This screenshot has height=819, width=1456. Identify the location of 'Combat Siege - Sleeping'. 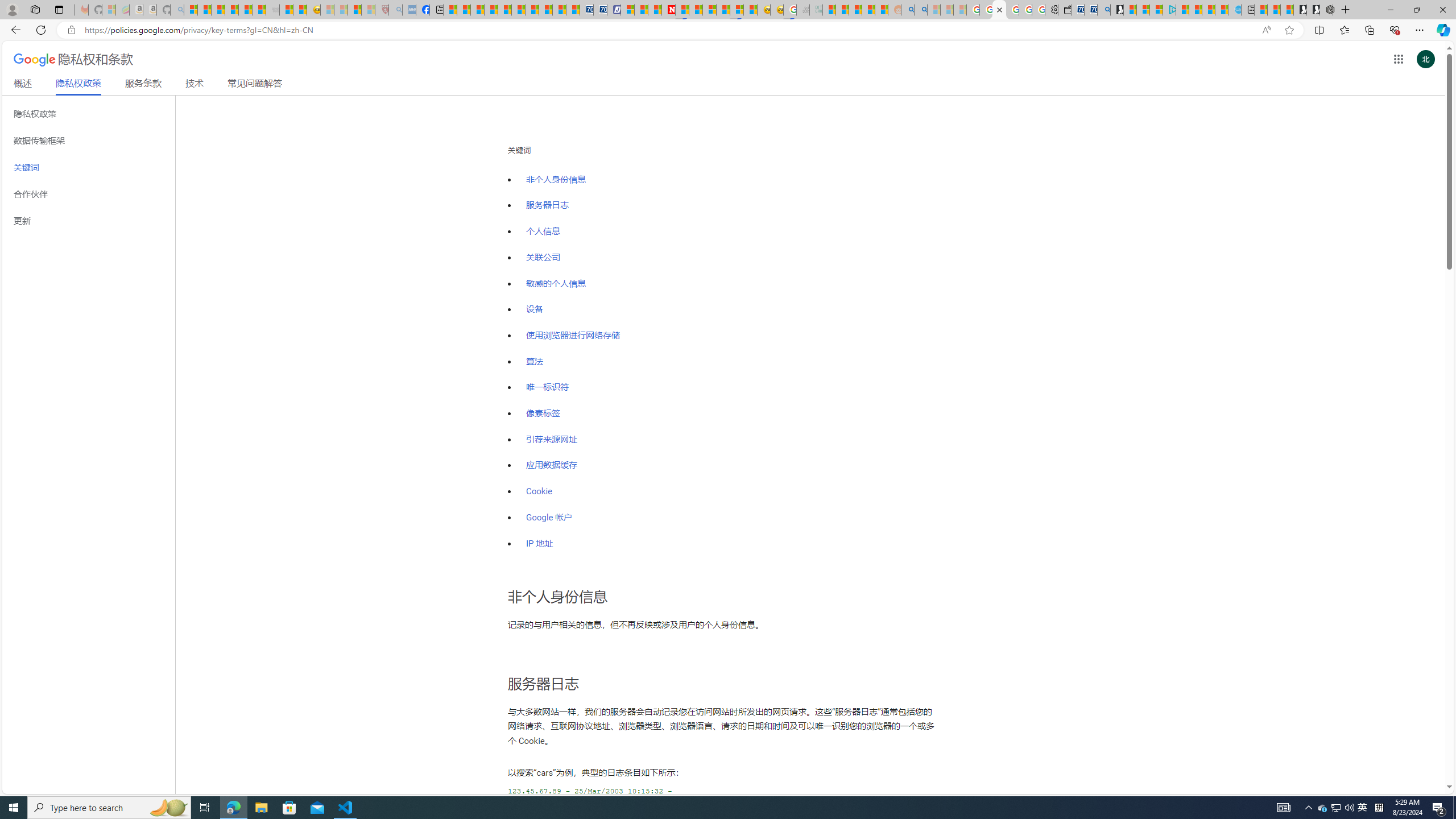
(271, 9).